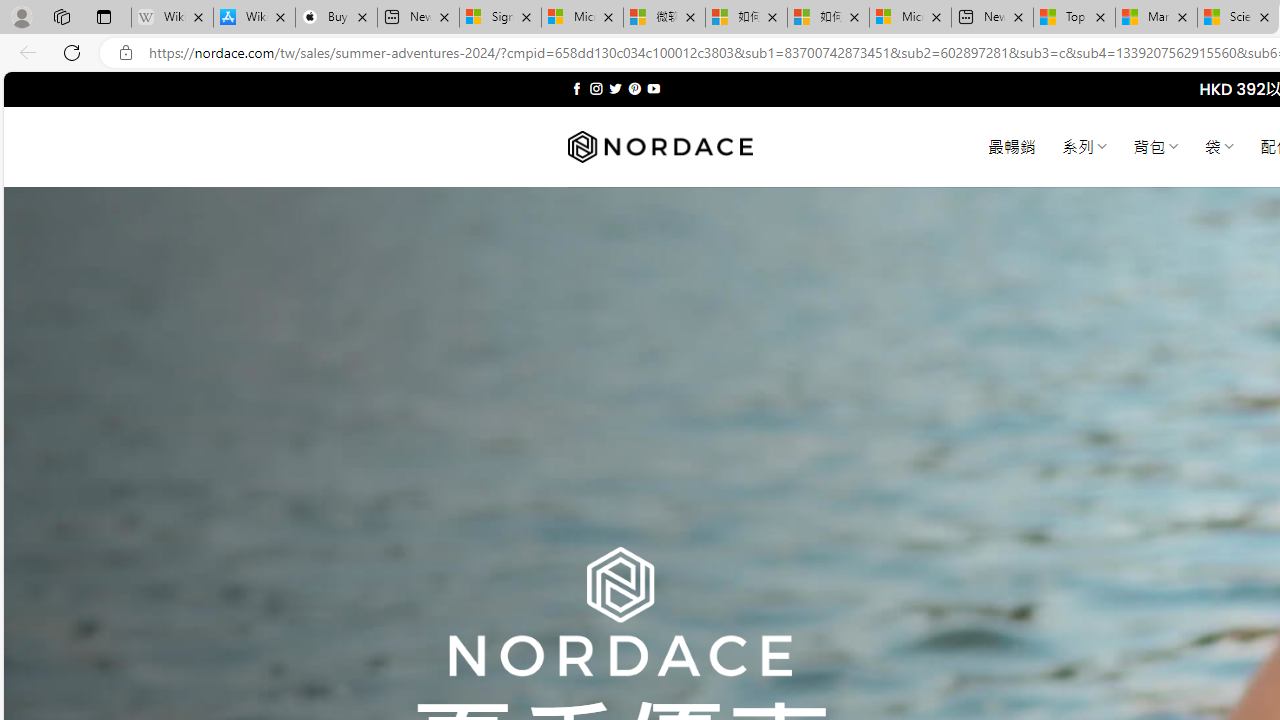 Image resolution: width=1280 pixels, height=720 pixels. I want to click on 'Refresh', so click(72, 51).